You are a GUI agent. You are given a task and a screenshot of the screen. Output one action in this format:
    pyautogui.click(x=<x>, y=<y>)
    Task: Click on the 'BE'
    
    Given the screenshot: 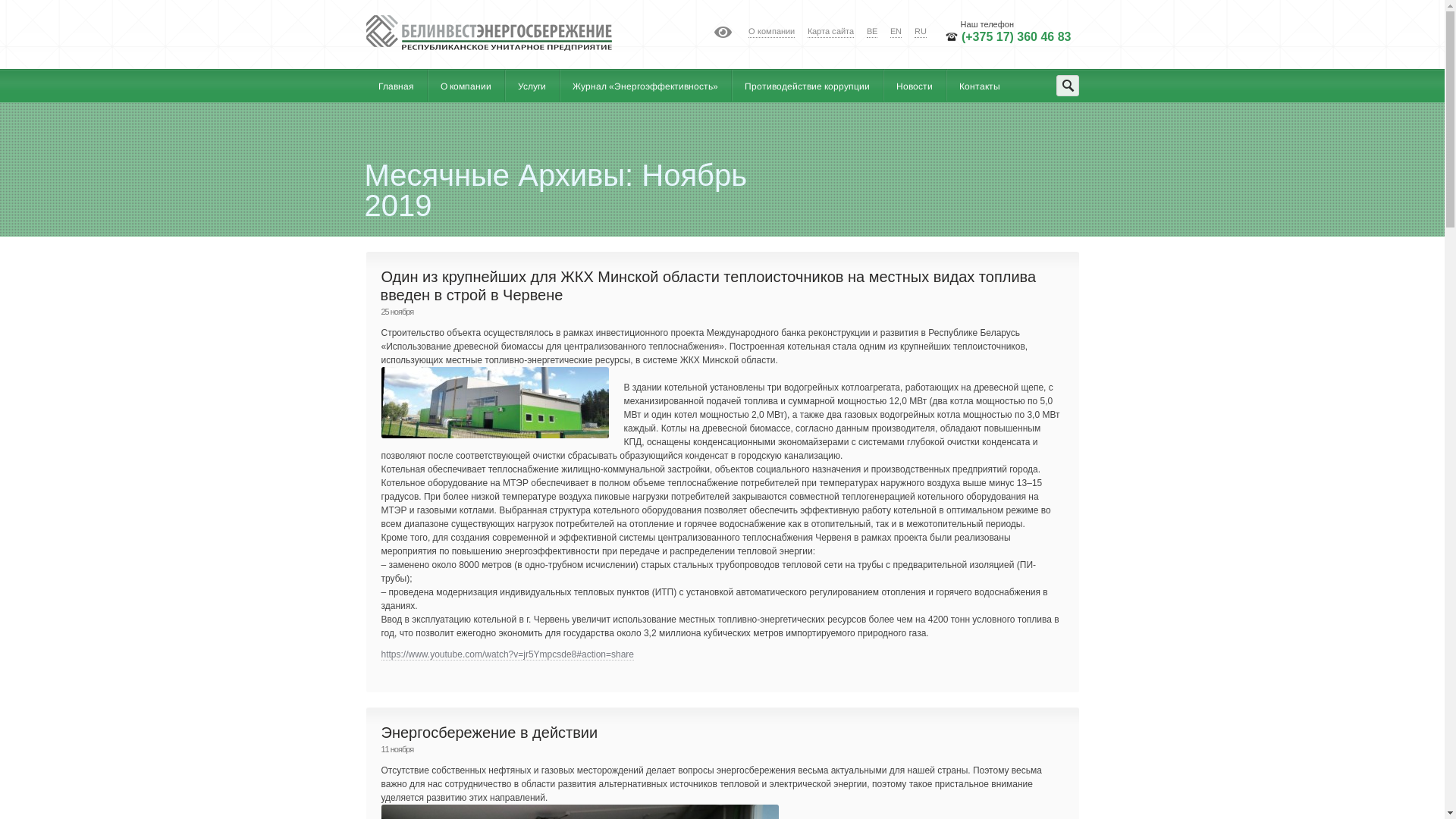 What is the action you would take?
    pyautogui.click(x=872, y=32)
    